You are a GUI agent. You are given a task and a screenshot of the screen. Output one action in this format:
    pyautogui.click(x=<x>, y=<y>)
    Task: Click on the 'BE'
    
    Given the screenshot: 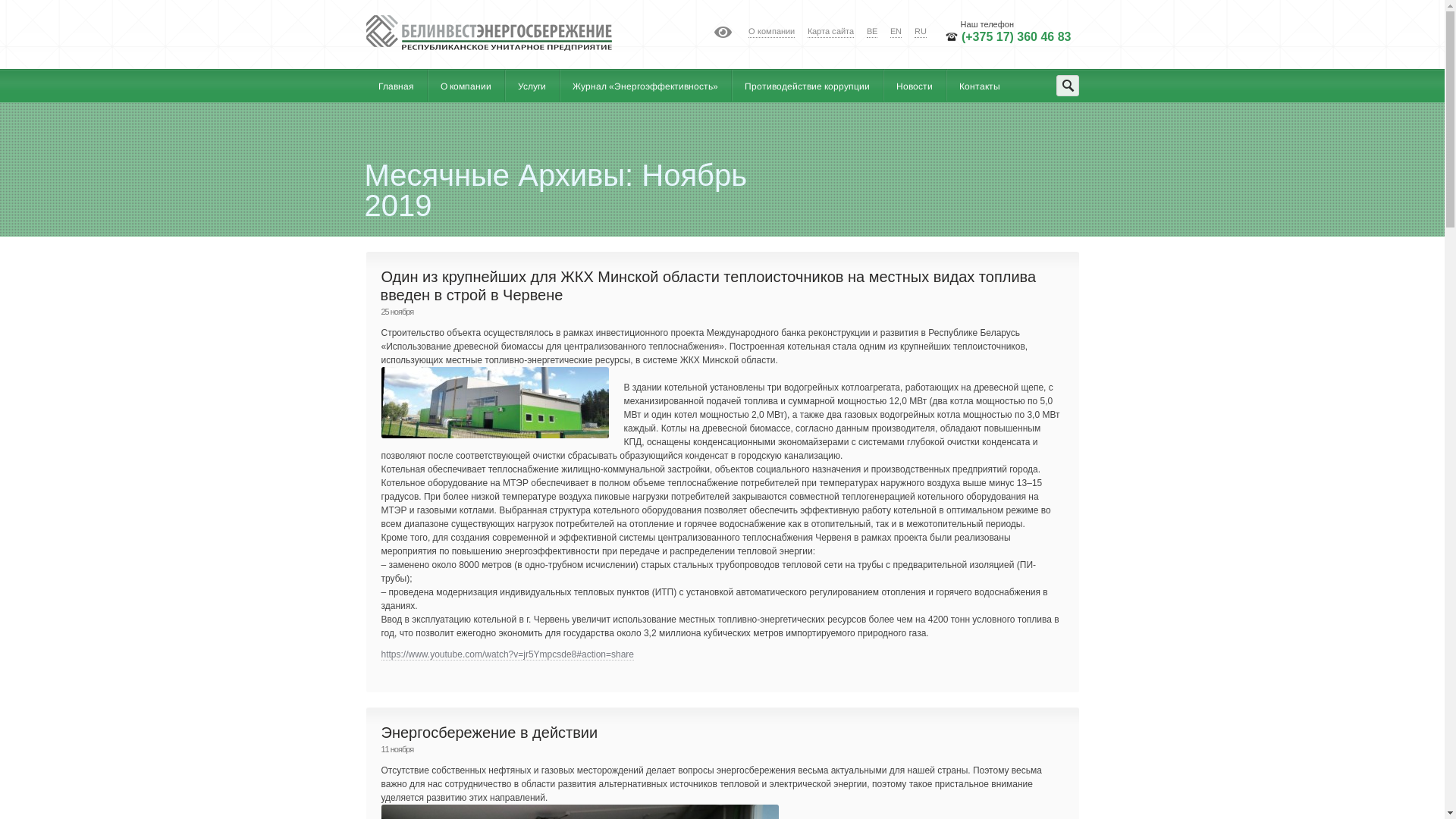 What is the action you would take?
    pyautogui.click(x=872, y=32)
    